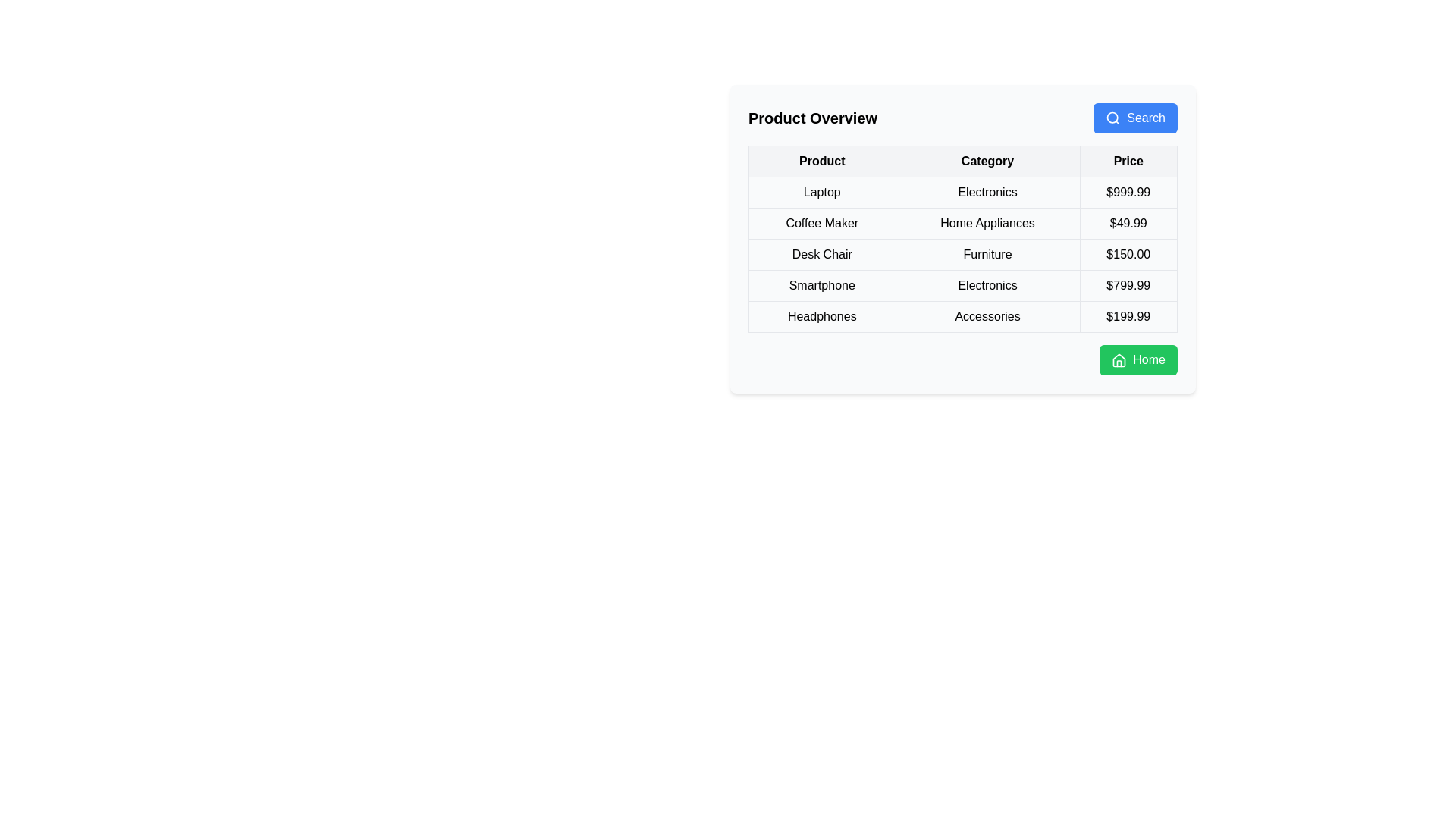  What do you see at coordinates (1128, 253) in the screenshot?
I see `the Text Label displaying the price $150.00 for the Desk Chair in the third row and third column of the table under the 'Price' header` at bounding box center [1128, 253].